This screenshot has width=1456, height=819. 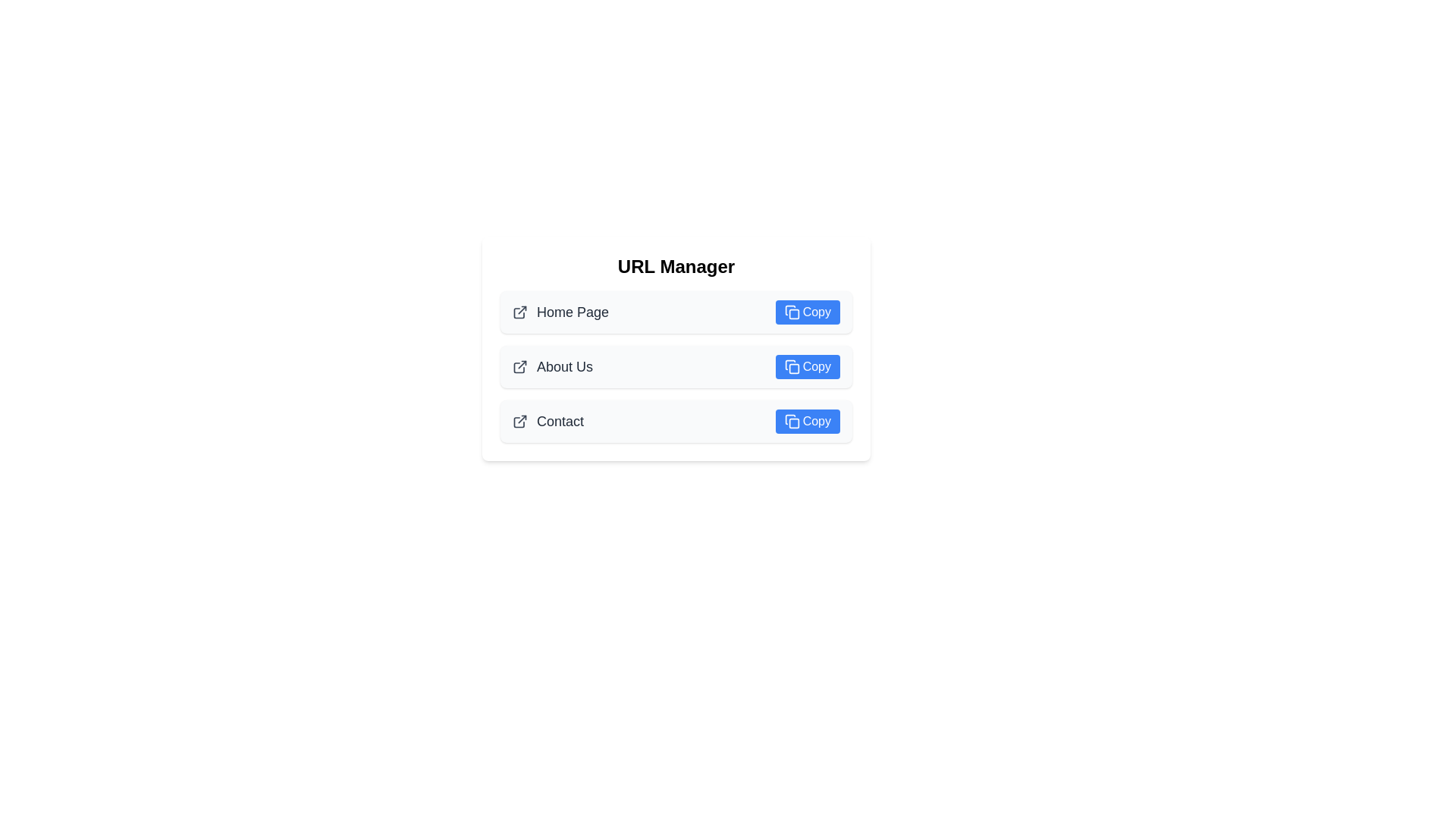 What do you see at coordinates (793, 313) in the screenshot?
I see `the rectangular portion of the copy functionality icon, which is located at the center of the icon` at bounding box center [793, 313].